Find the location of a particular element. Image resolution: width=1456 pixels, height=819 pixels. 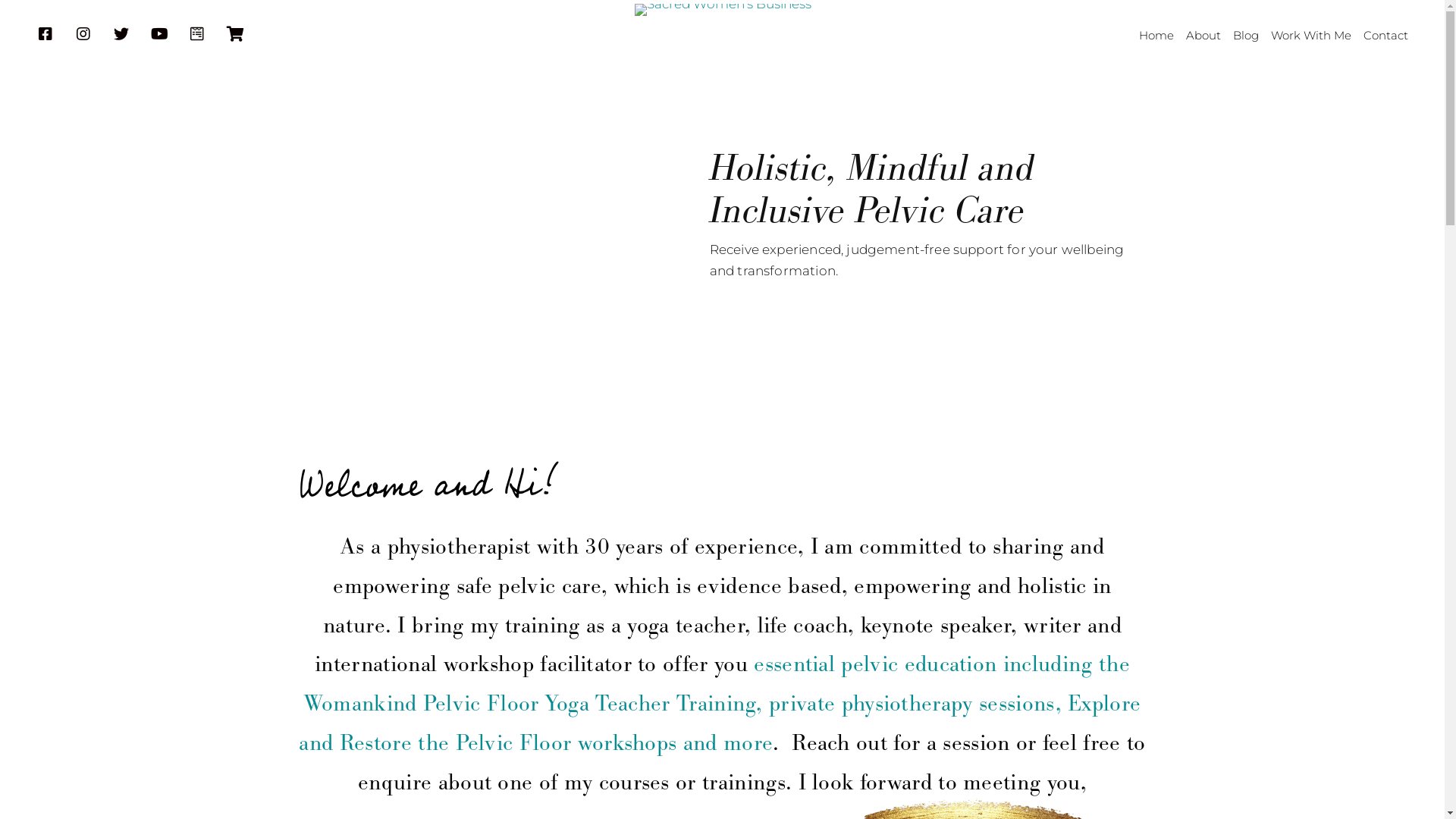

'About' is located at coordinates (1203, 35).